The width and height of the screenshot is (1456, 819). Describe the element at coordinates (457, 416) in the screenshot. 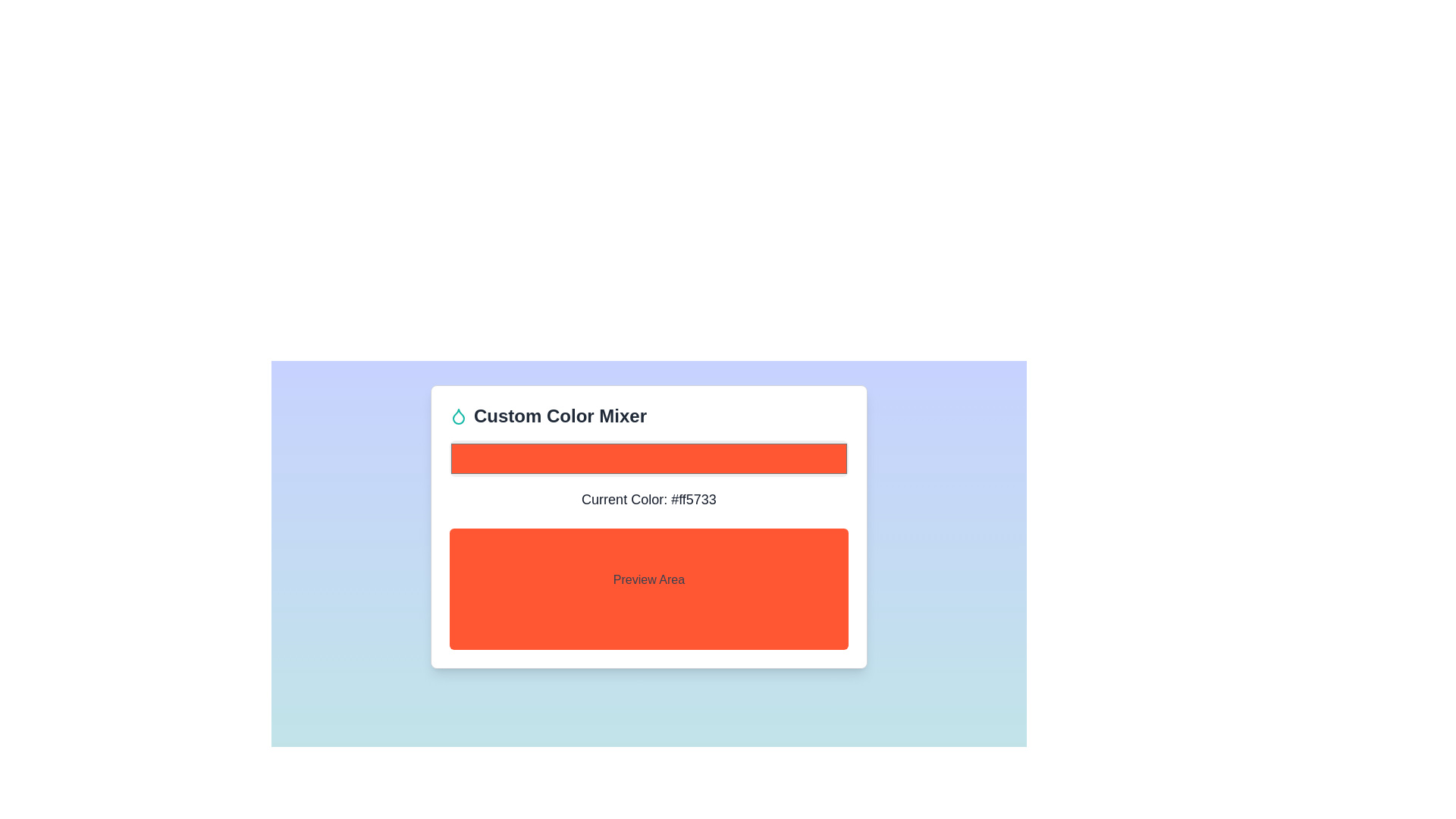

I see `the teal droplet icon that resembles a water droplet, positioned to the left of the 'Custom Color Mixer' text in the header section` at that location.